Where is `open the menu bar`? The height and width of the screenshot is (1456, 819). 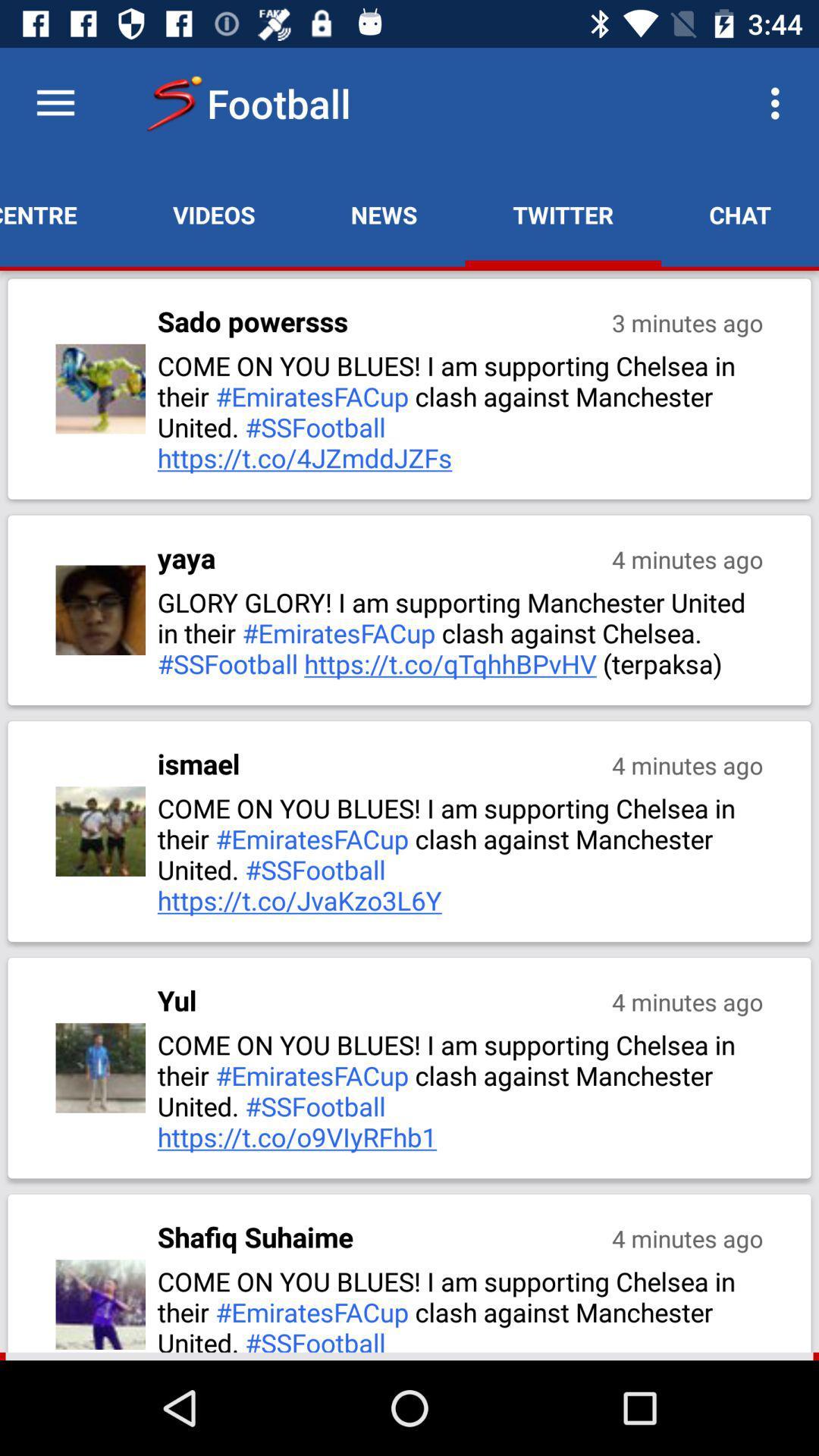 open the menu bar is located at coordinates (55, 102).